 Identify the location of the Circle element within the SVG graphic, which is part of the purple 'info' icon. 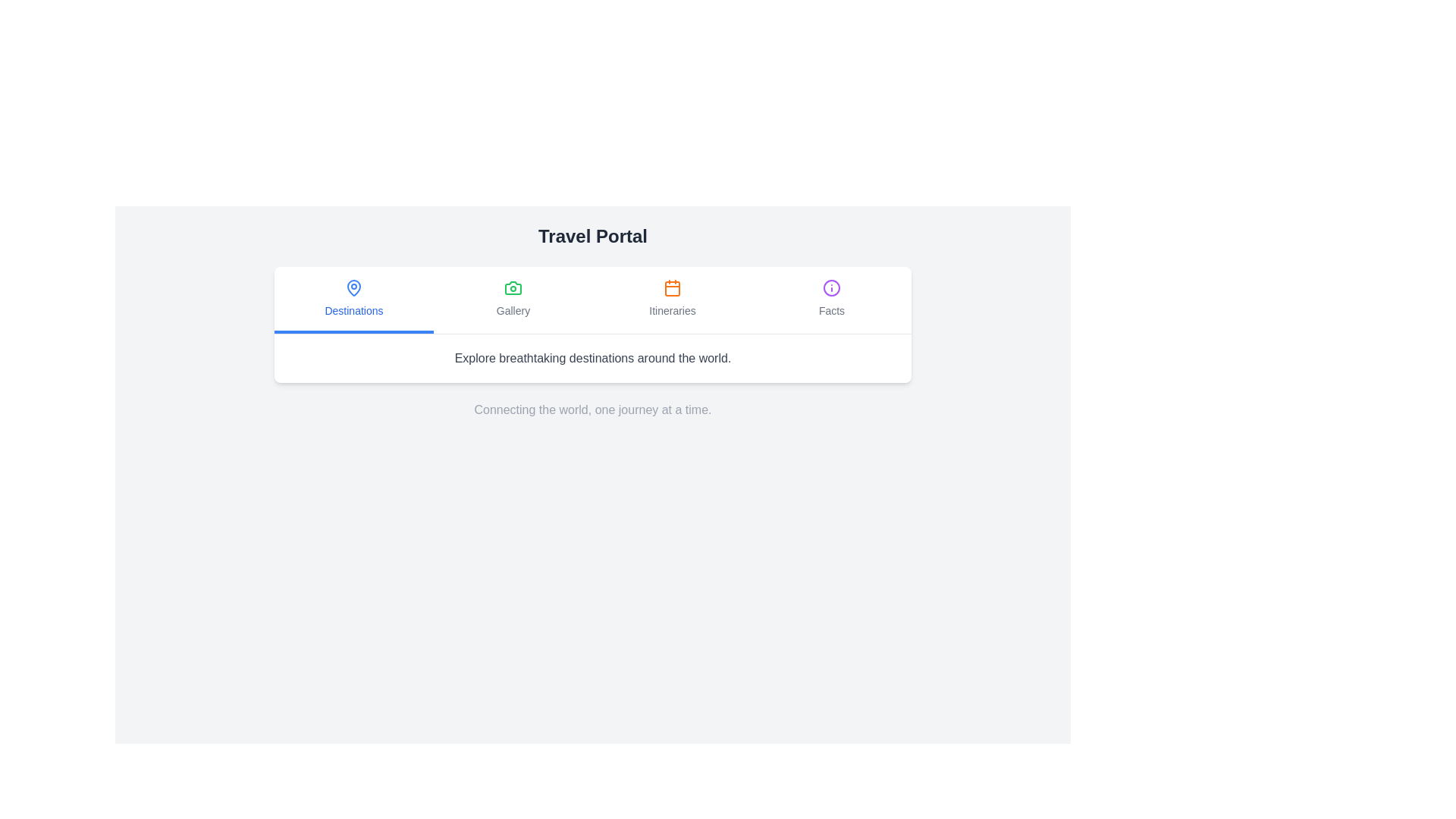
(831, 288).